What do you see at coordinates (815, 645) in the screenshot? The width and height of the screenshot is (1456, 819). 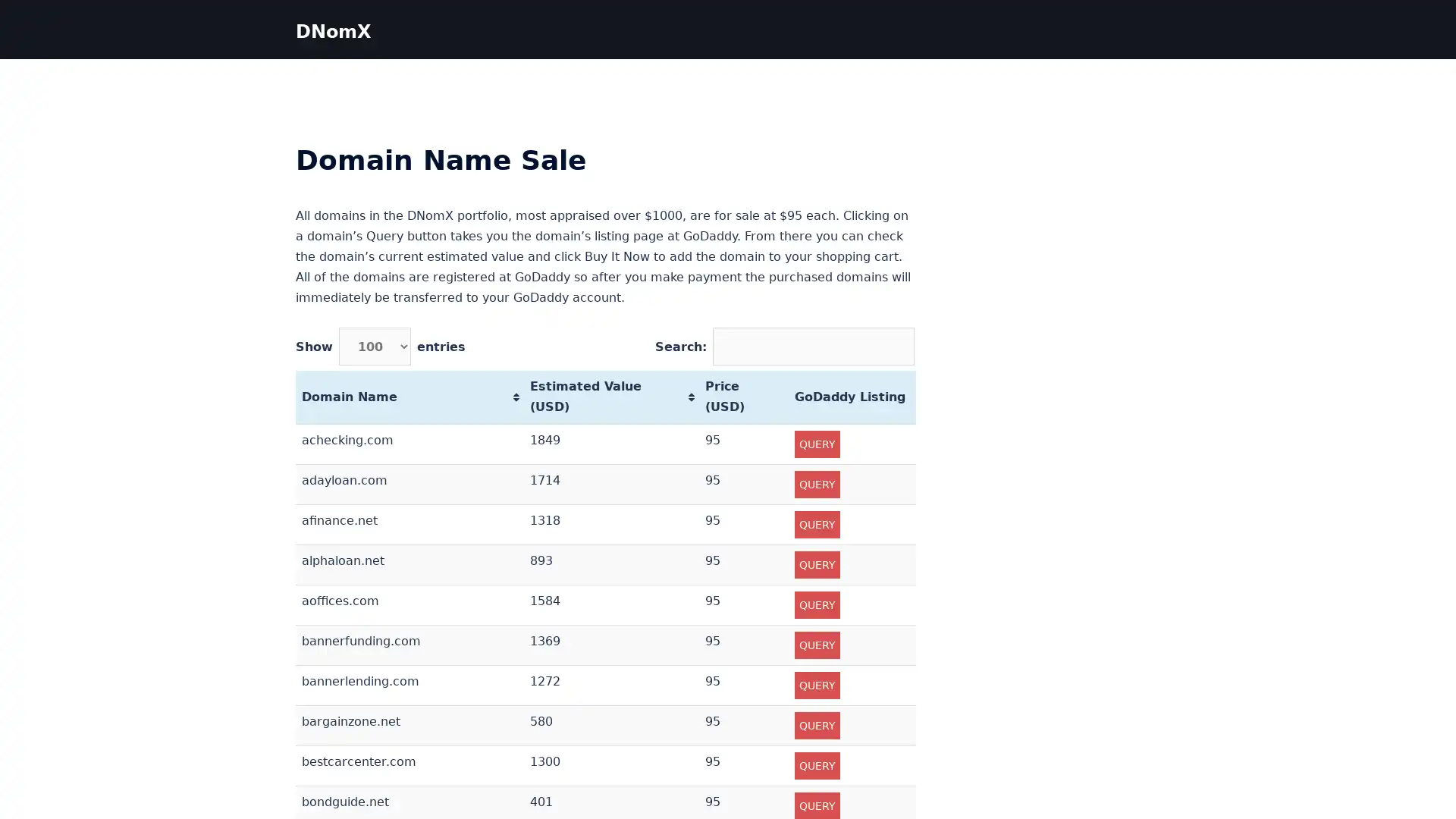 I see `QUERY` at bounding box center [815, 645].